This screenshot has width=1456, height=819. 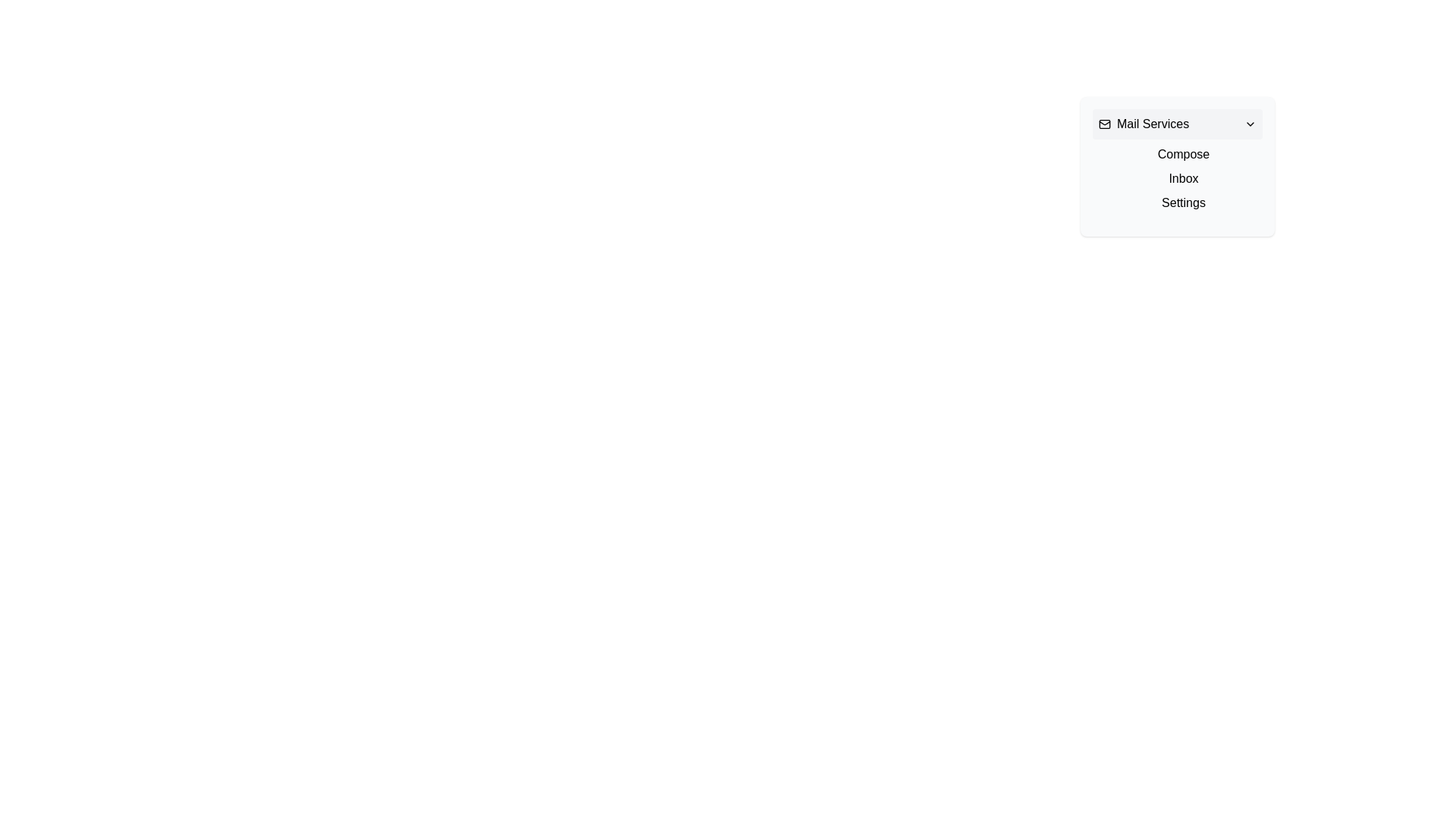 What do you see at coordinates (1153, 124) in the screenshot?
I see `the Text Label that represents a section related to mail services, positioned between an envelope icon and a dropdown indicator` at bounding box center [1153, 124].